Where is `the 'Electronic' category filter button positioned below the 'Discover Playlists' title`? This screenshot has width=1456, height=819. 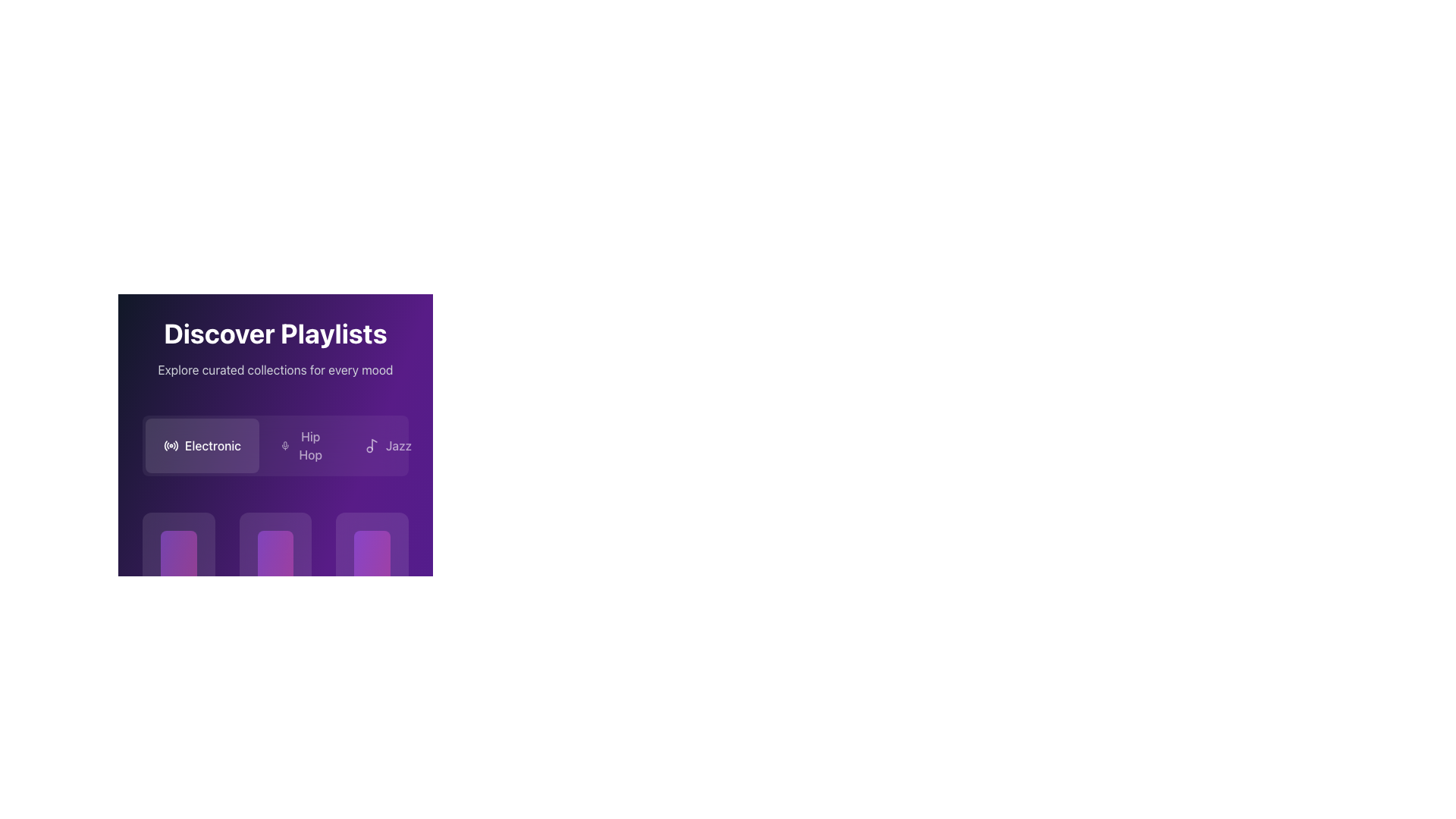 the 'Electronic' category filter button positioned below the 'Discover Playlists' title is located at coordinates (202, 444).